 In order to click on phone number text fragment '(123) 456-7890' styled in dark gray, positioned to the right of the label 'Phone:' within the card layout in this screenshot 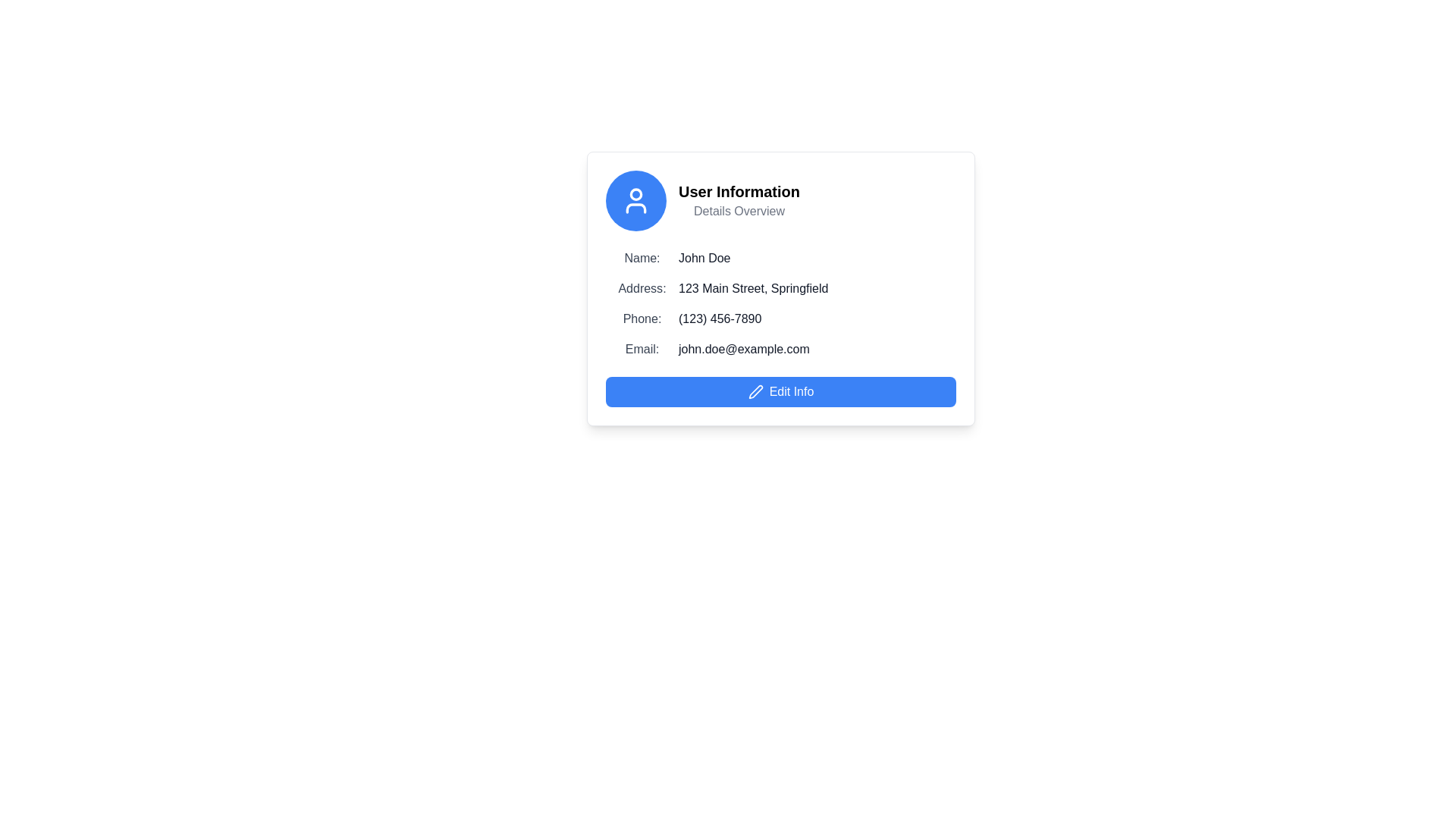, I will do `click(719, 318)`.